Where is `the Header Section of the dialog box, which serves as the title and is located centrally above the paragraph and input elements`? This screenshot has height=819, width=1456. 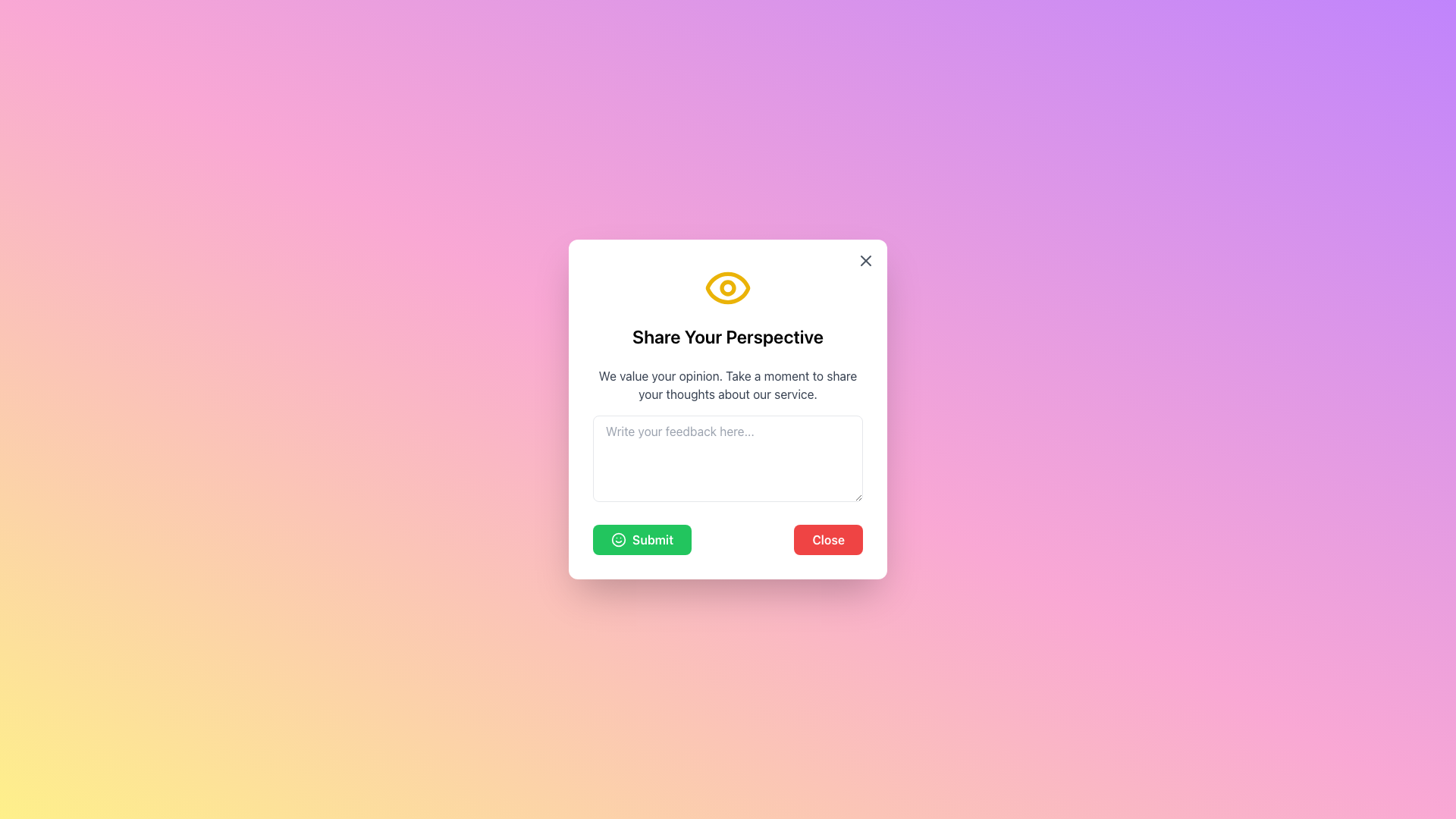 the Header Section of the dialog box, which serves as the title and is located centrally above the paragraph and input elements is located at coordinates (728, 306).